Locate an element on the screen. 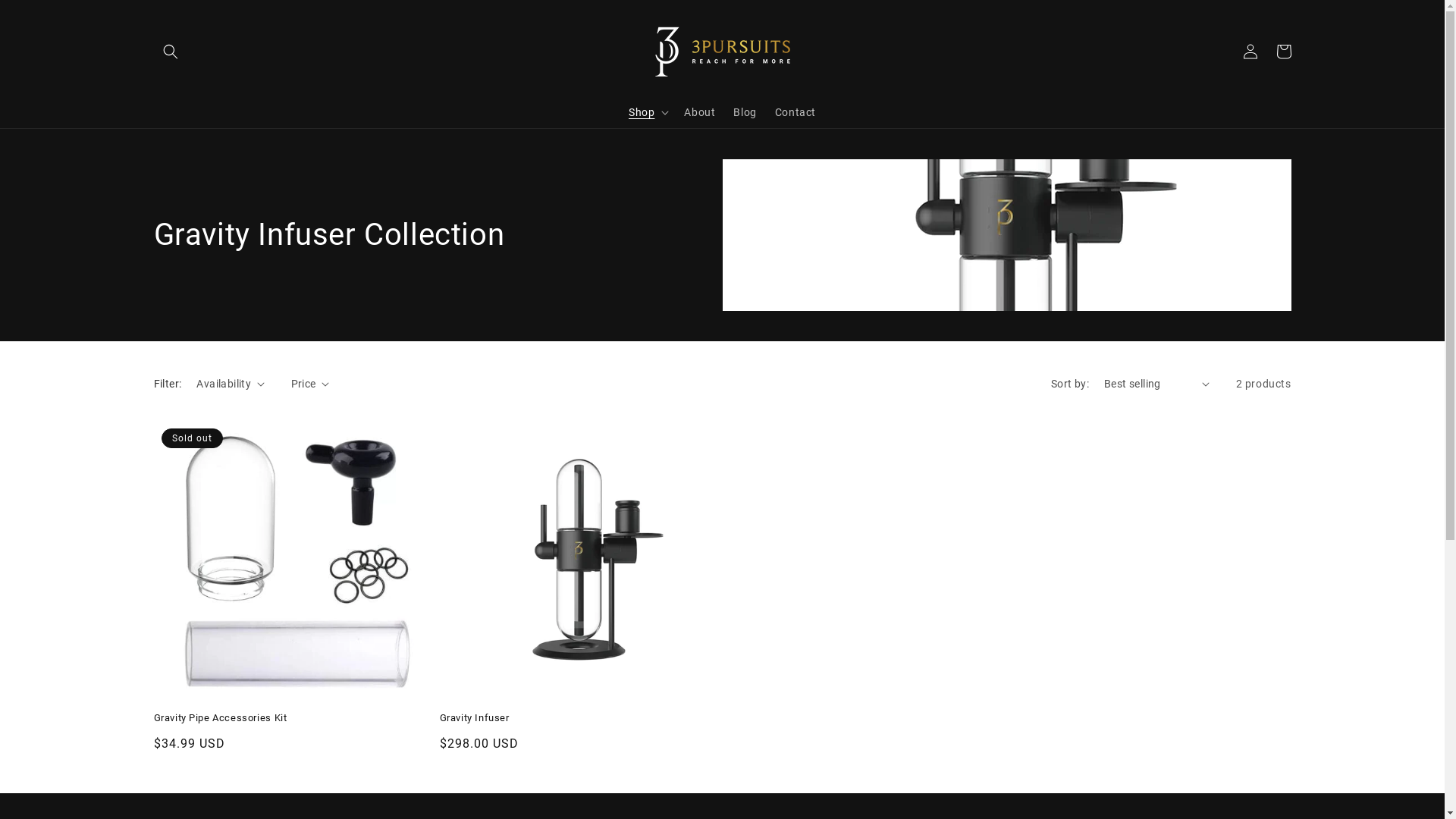 Image resolution: width=1456 pixels, height=819 pixels. 'Contact' is located at coordinates (795, 110).